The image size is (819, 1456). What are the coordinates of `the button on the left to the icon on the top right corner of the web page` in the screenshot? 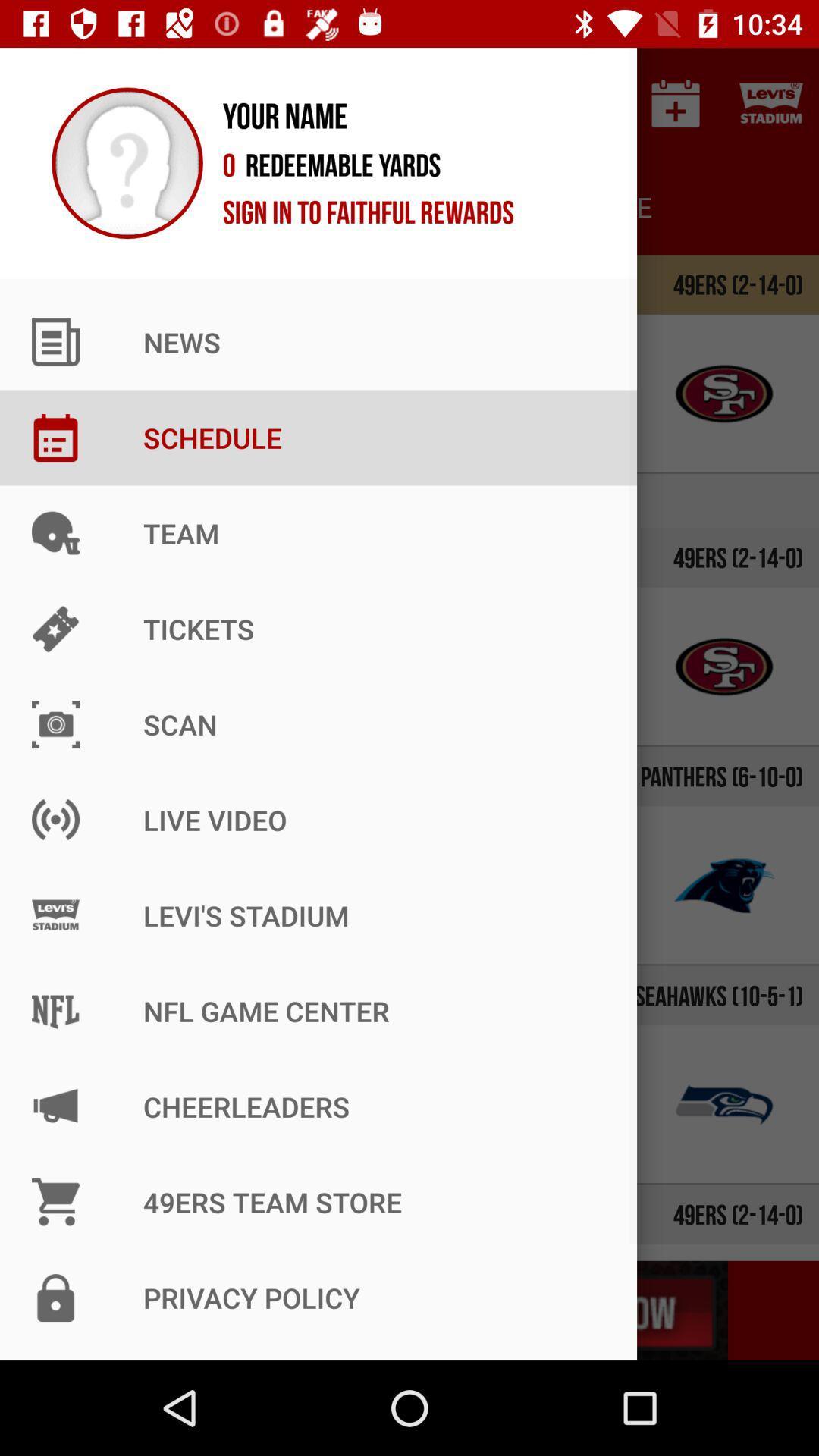 It's located at (675, 103).